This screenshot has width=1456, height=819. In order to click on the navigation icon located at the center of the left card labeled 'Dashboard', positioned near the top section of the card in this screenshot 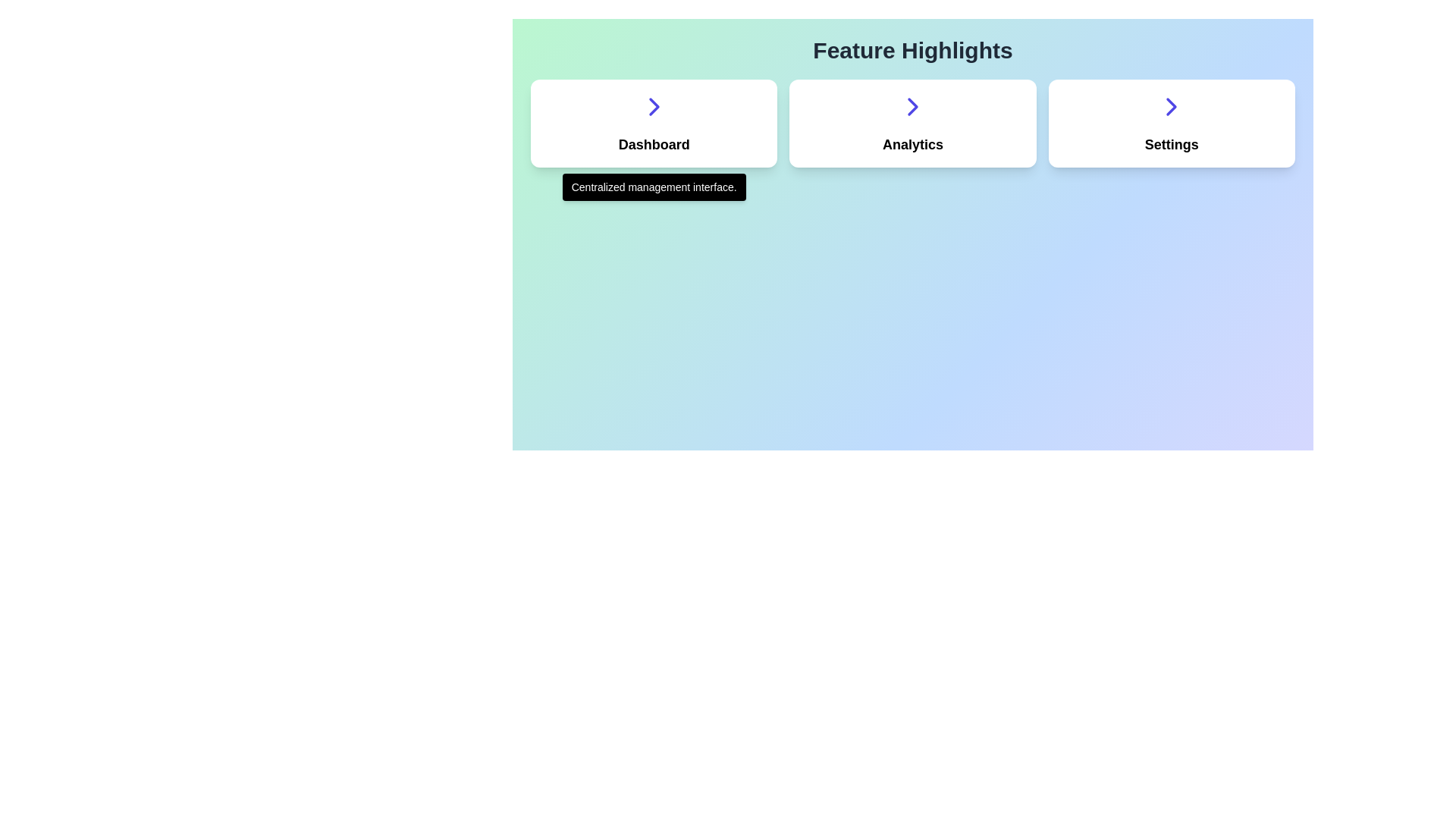, I will do `click(654, 106)`.